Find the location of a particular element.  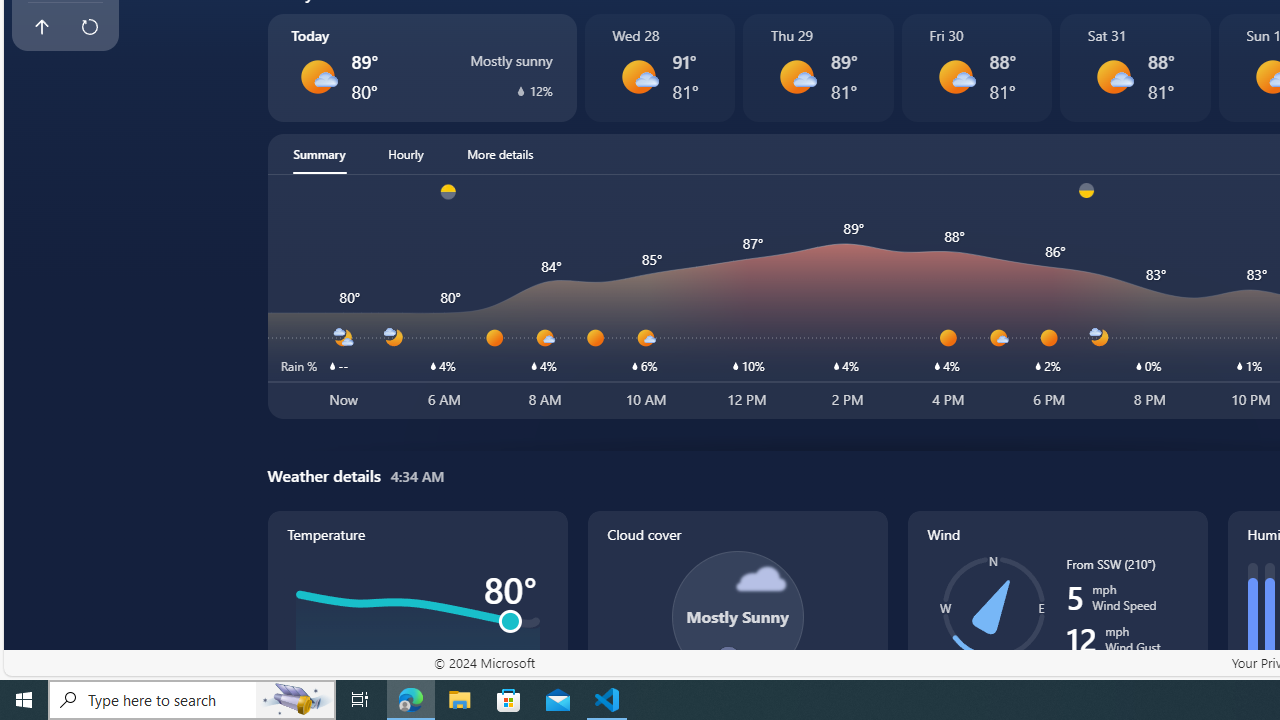

'Class: cloudCoverSvg-DS-ps0R9q' is located at coordinates (736, 616).